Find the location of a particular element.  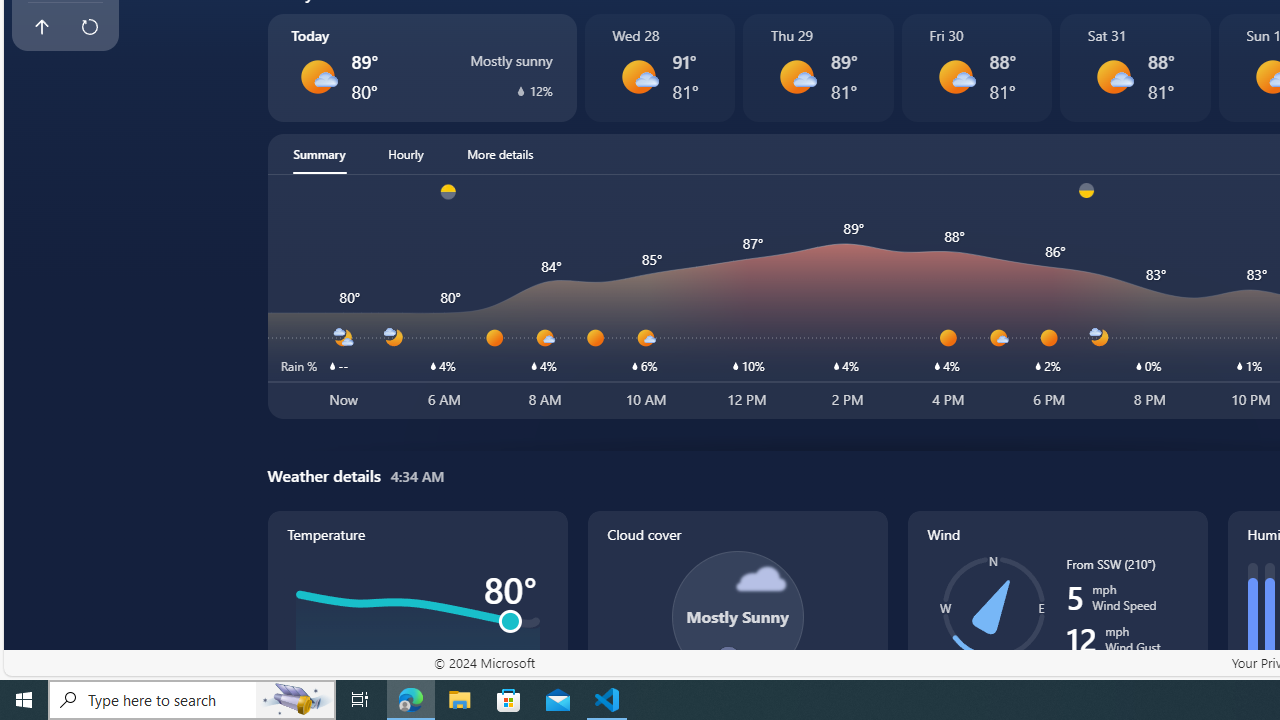

'Class: cloudCoverSvg-DS-ps0R9q' is located at coordinates (736, 616).